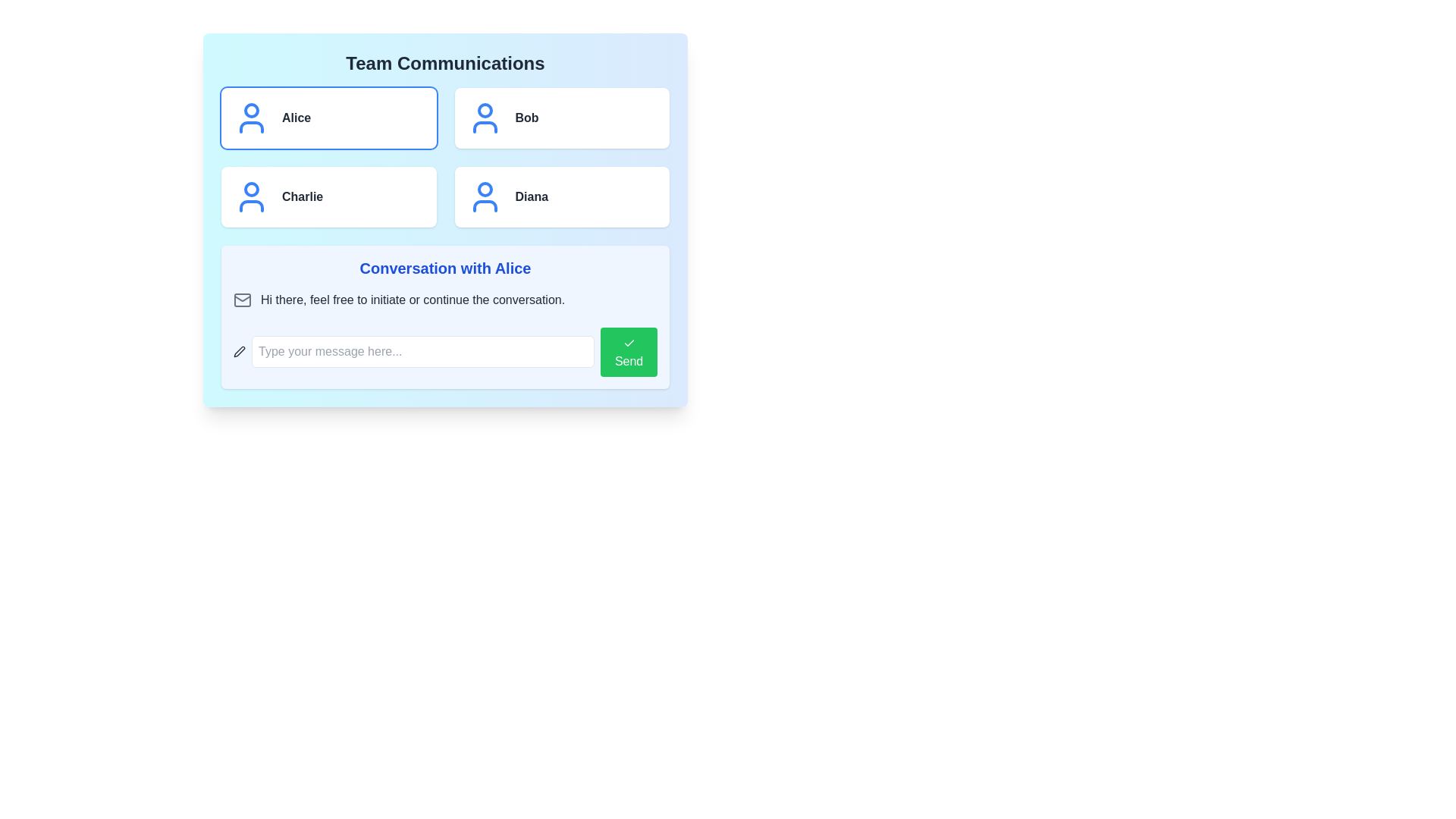 The image size is (1456, 819). I want to click on the composite information element located below the 'Conversation with Alice' title, so click(444, 300).